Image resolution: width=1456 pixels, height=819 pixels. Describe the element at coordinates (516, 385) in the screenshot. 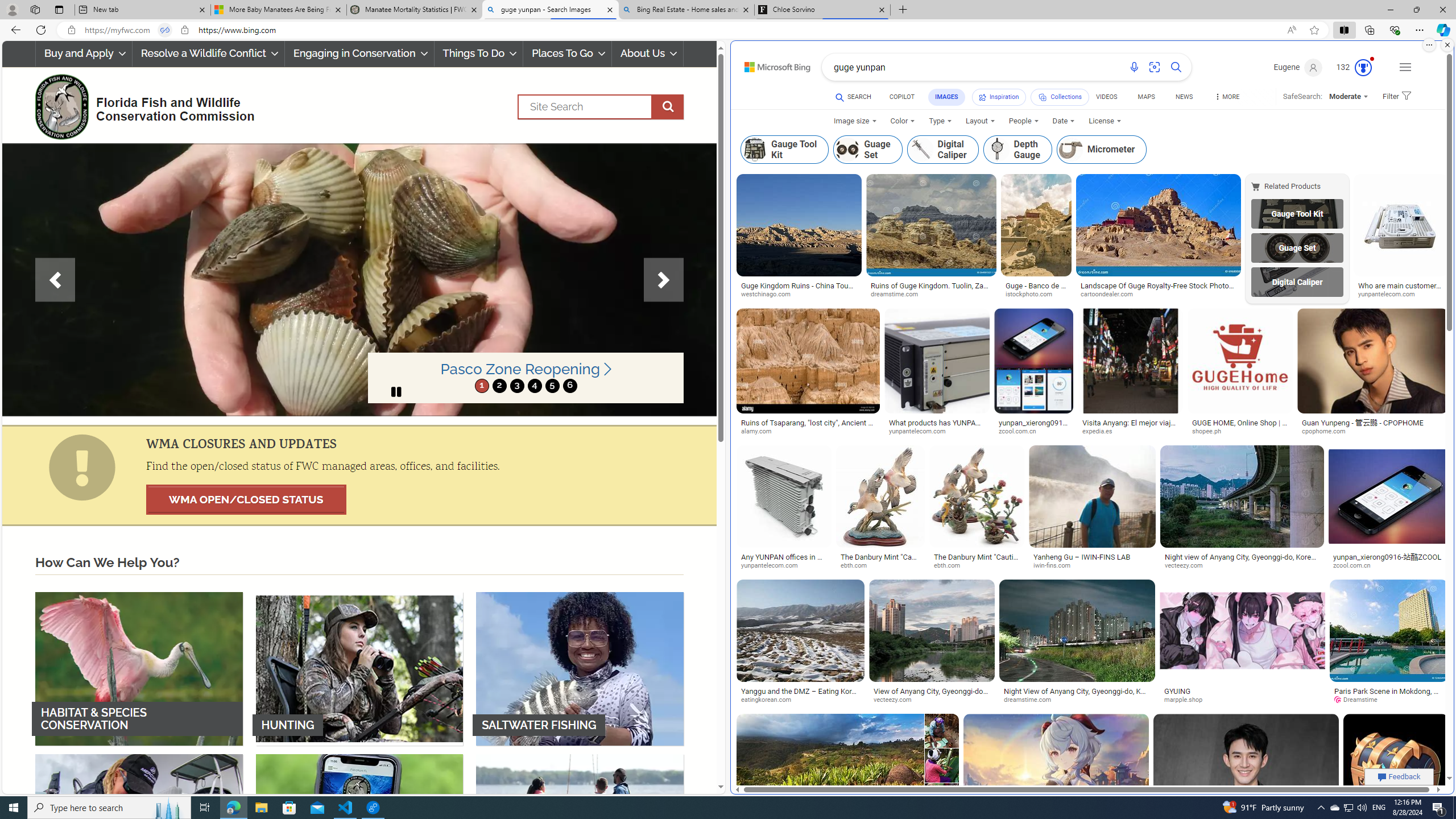

I see `'3'` at that location.